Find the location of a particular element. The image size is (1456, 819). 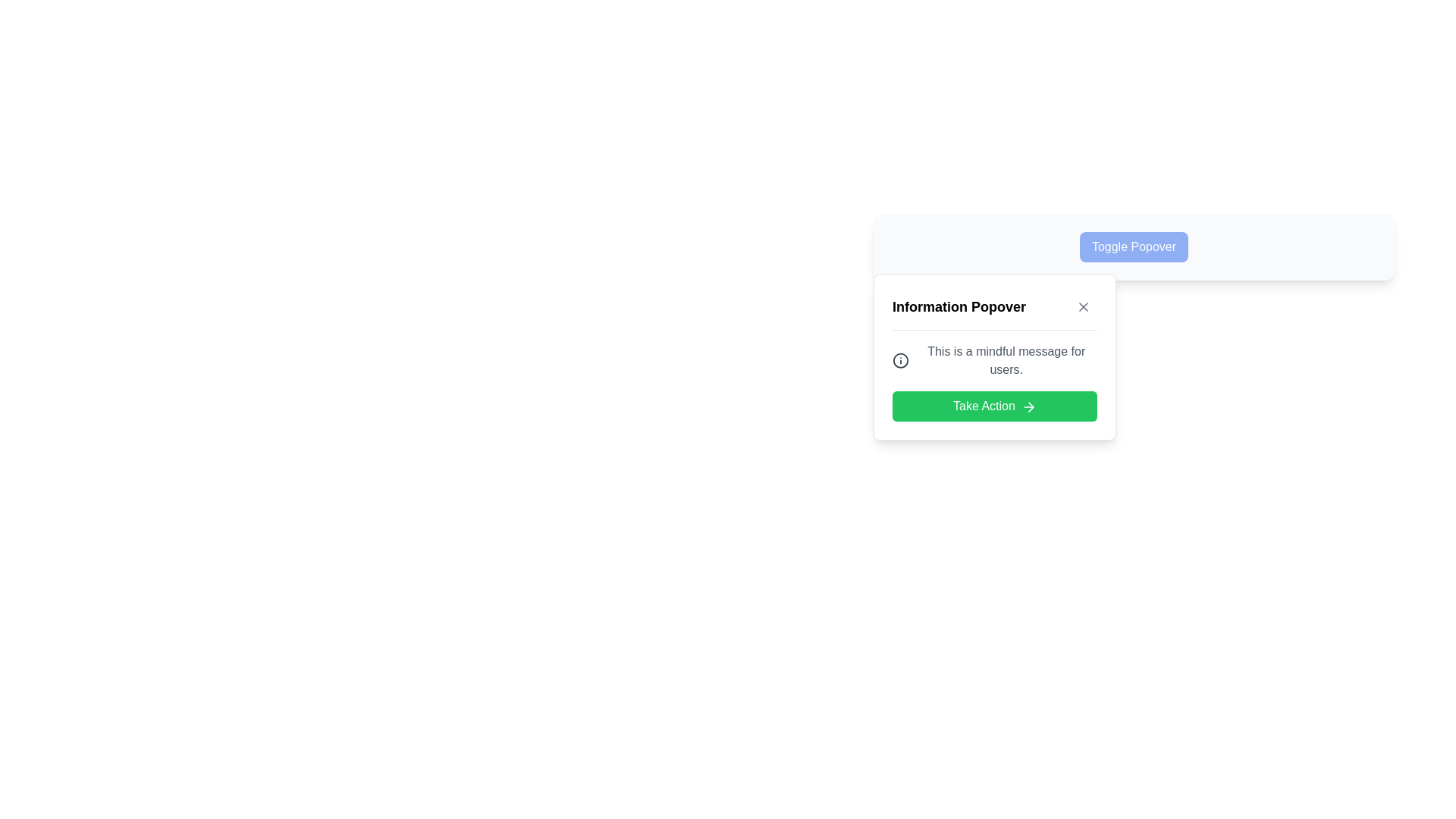

the green 'Take Action' button containing the icon, which is located at the rightmost position adjacent to the button text is located at coordinates (1028, 406).